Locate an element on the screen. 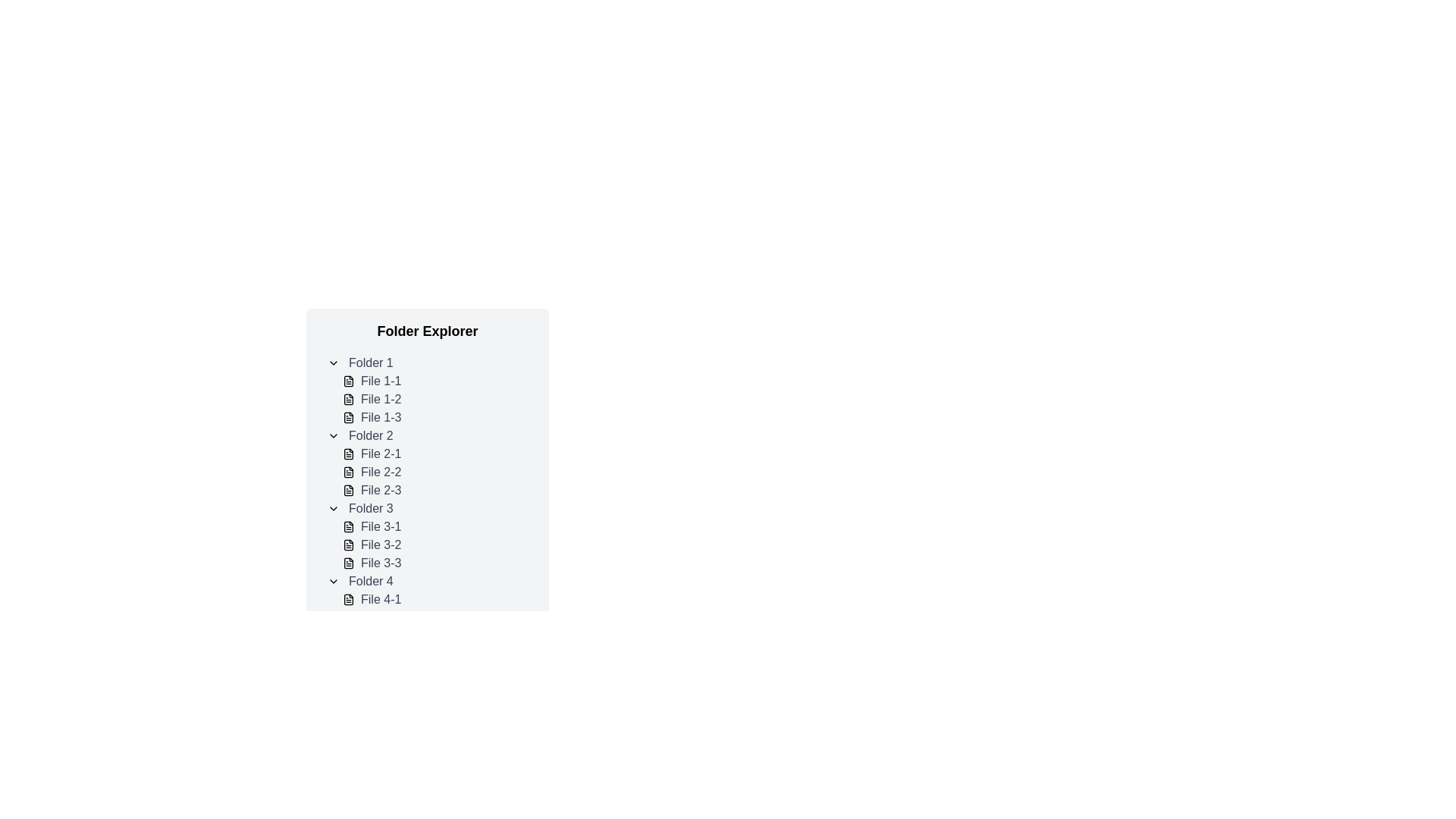 The image size is (1456, 819). the text label displaying 'File 3-2' in light gray font, which is positioned under the 'Folder 3' section in the file hierarchy is located at coordinates (381, 544).